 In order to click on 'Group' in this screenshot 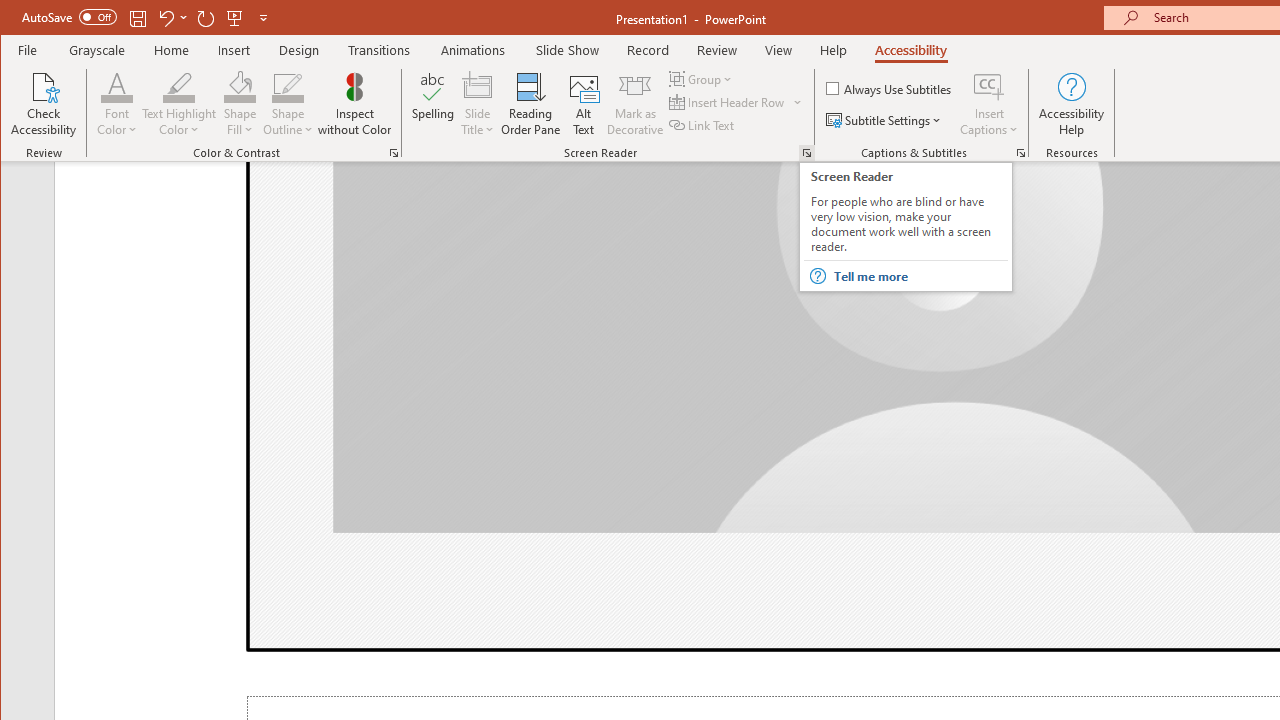, I will do `click(702, 78)`.